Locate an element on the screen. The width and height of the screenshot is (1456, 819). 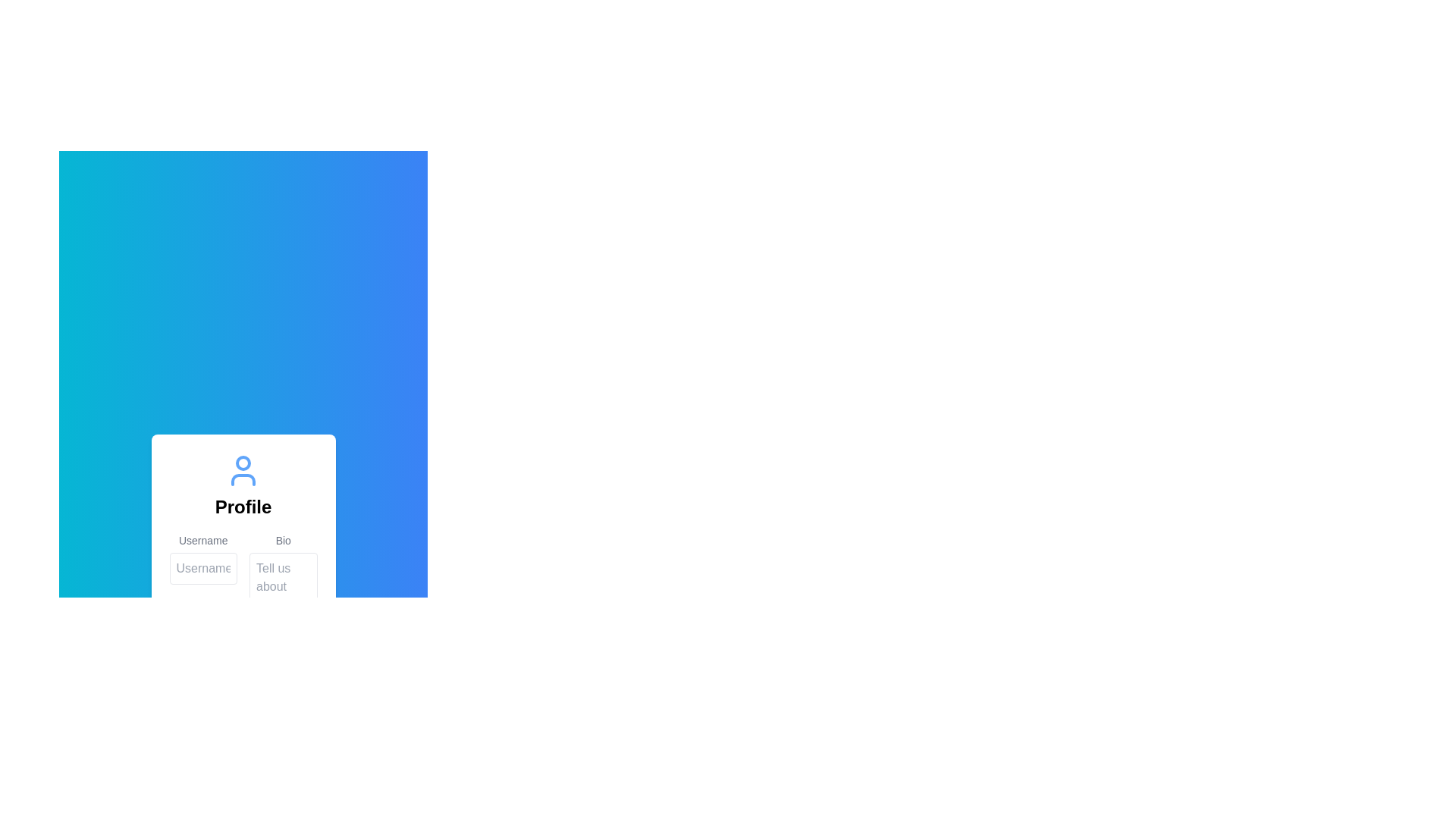
the Text Input Field for username entry in the 'Profile' section is located at coordinates (202, 579).